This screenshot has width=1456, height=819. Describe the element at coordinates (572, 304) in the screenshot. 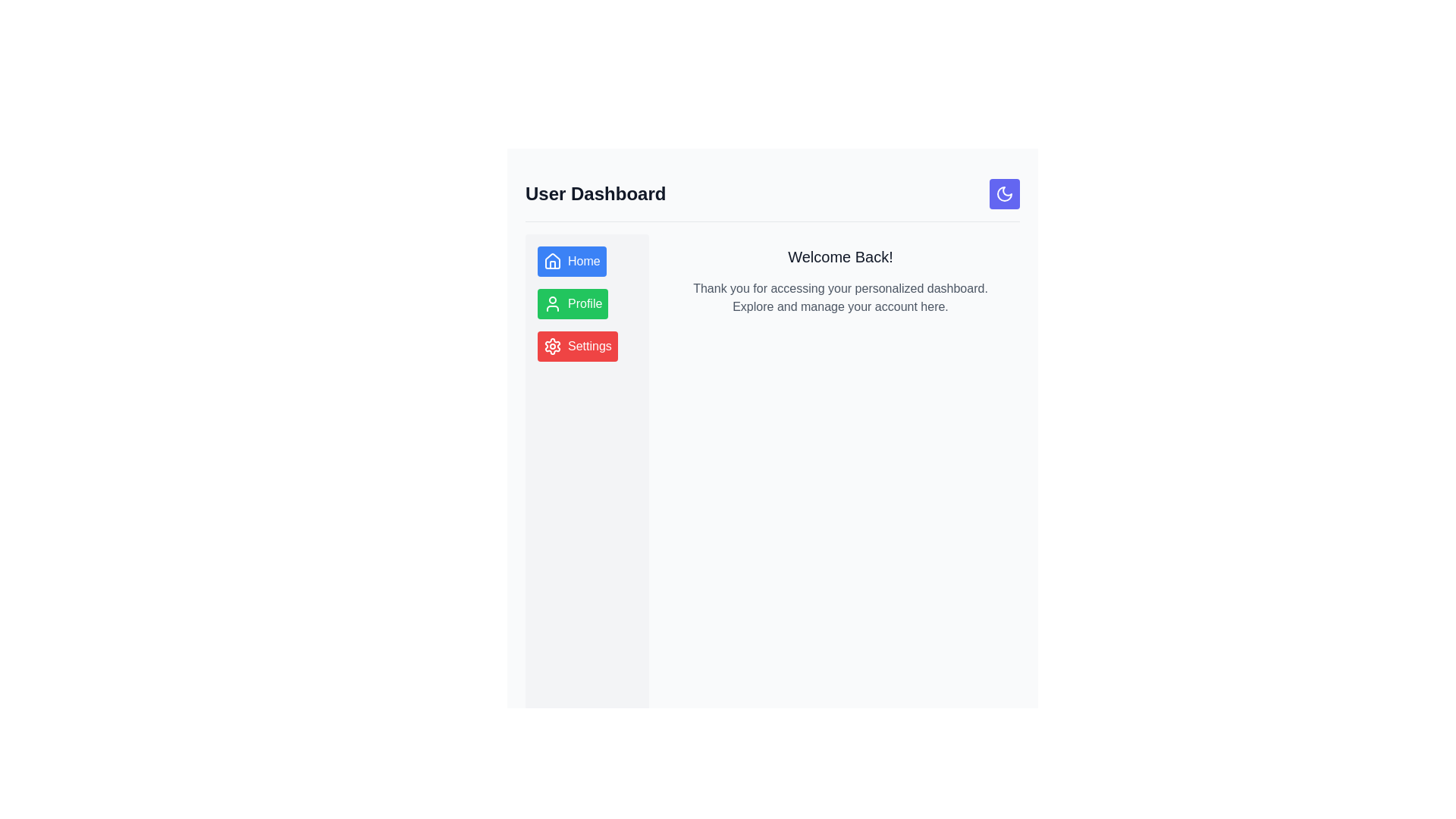

I see `the navigation button located as the second item in the vertical menu` at that location.